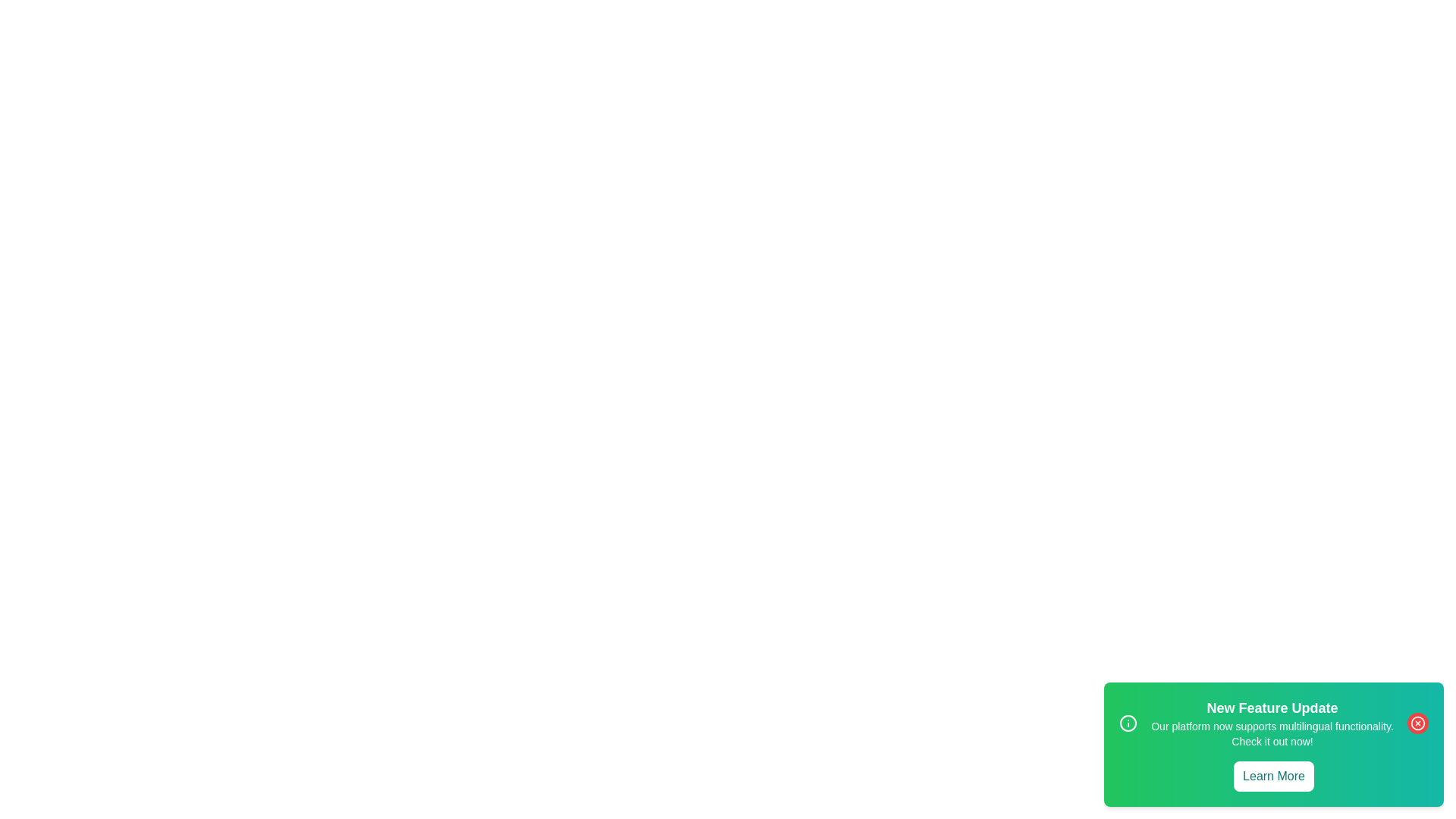  I want to click on the close button of the snackbar to dismiss it, so click(1417, 722).